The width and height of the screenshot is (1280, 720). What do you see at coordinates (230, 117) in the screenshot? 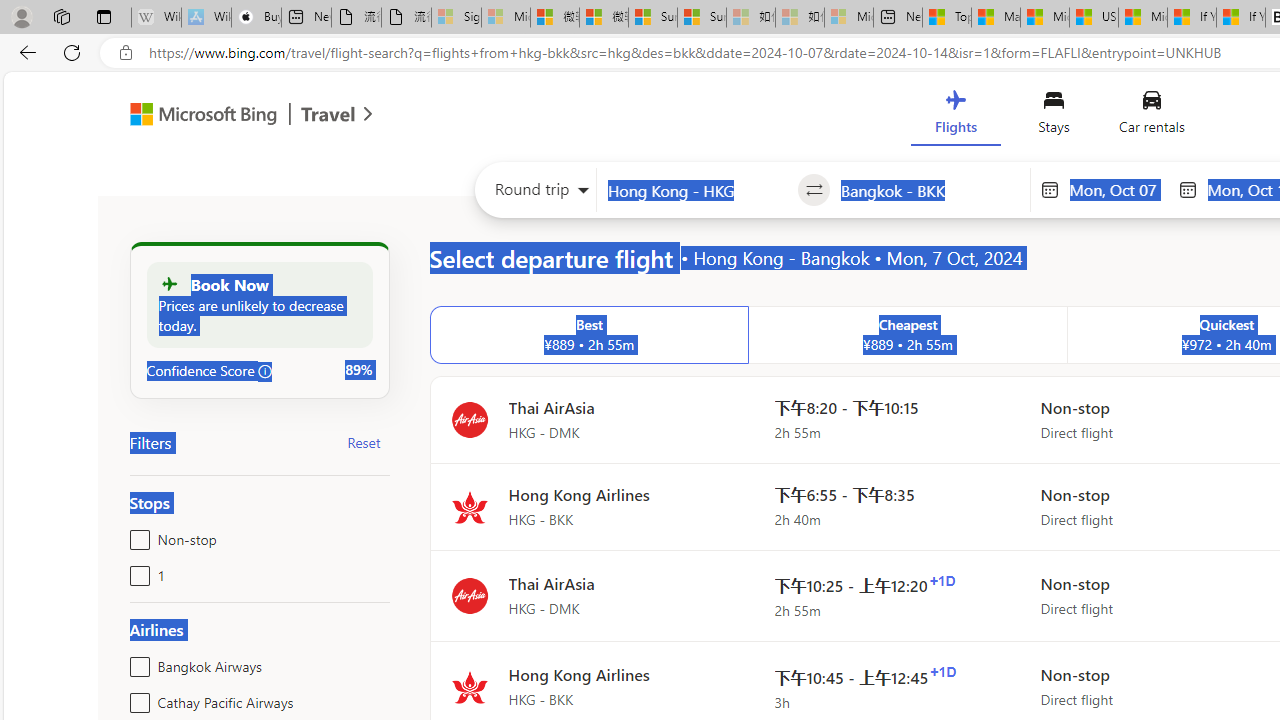
I see `'Microsoft Bing Travel'` at bounding box center [230, 117].